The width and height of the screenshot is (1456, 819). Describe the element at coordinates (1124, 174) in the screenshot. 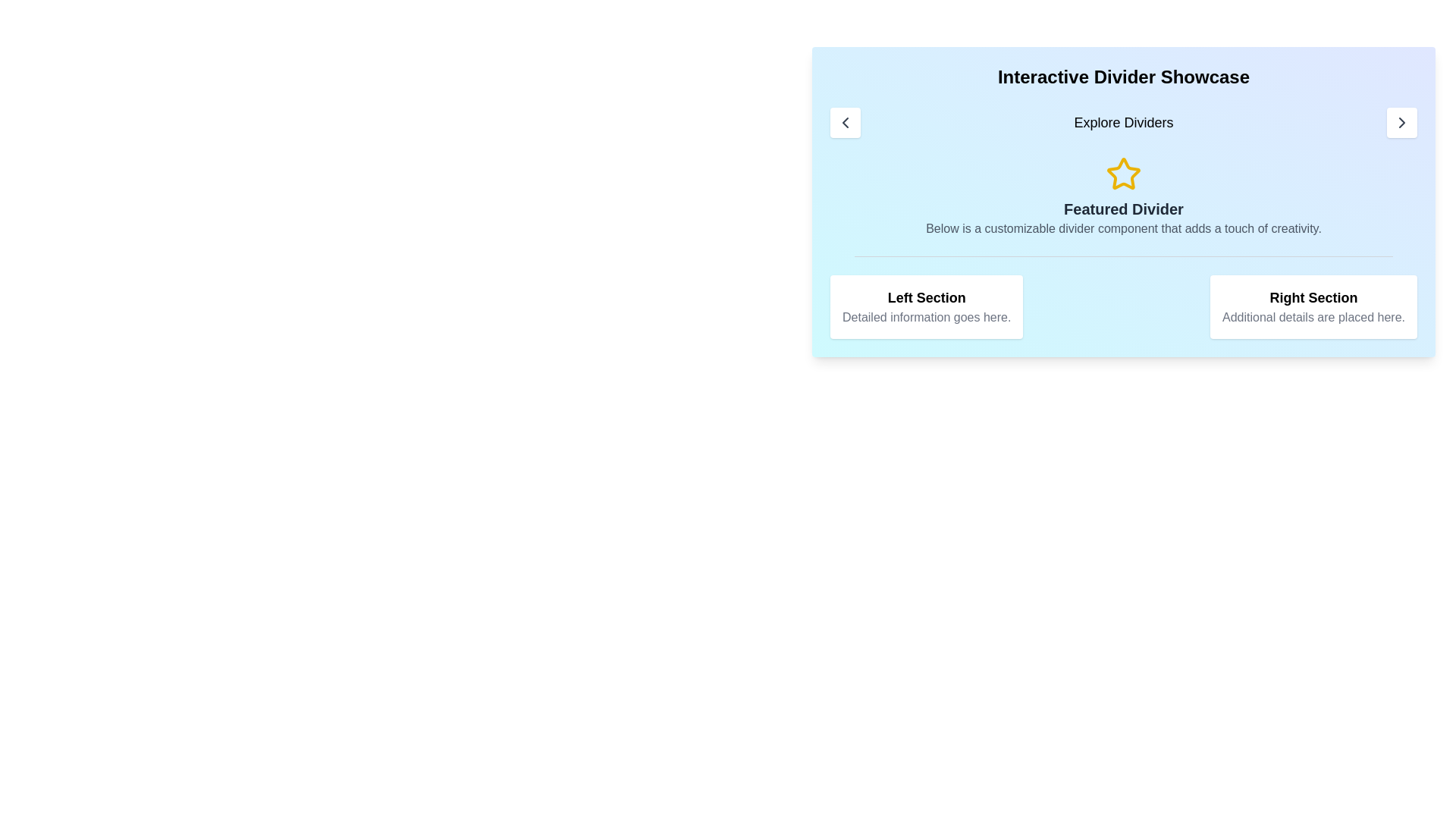

I see `the Decorative Icon (SVG) which is a star-shaped icon with a yellow outline, prominently displayed above the 'Featured Divider' header` at that location.